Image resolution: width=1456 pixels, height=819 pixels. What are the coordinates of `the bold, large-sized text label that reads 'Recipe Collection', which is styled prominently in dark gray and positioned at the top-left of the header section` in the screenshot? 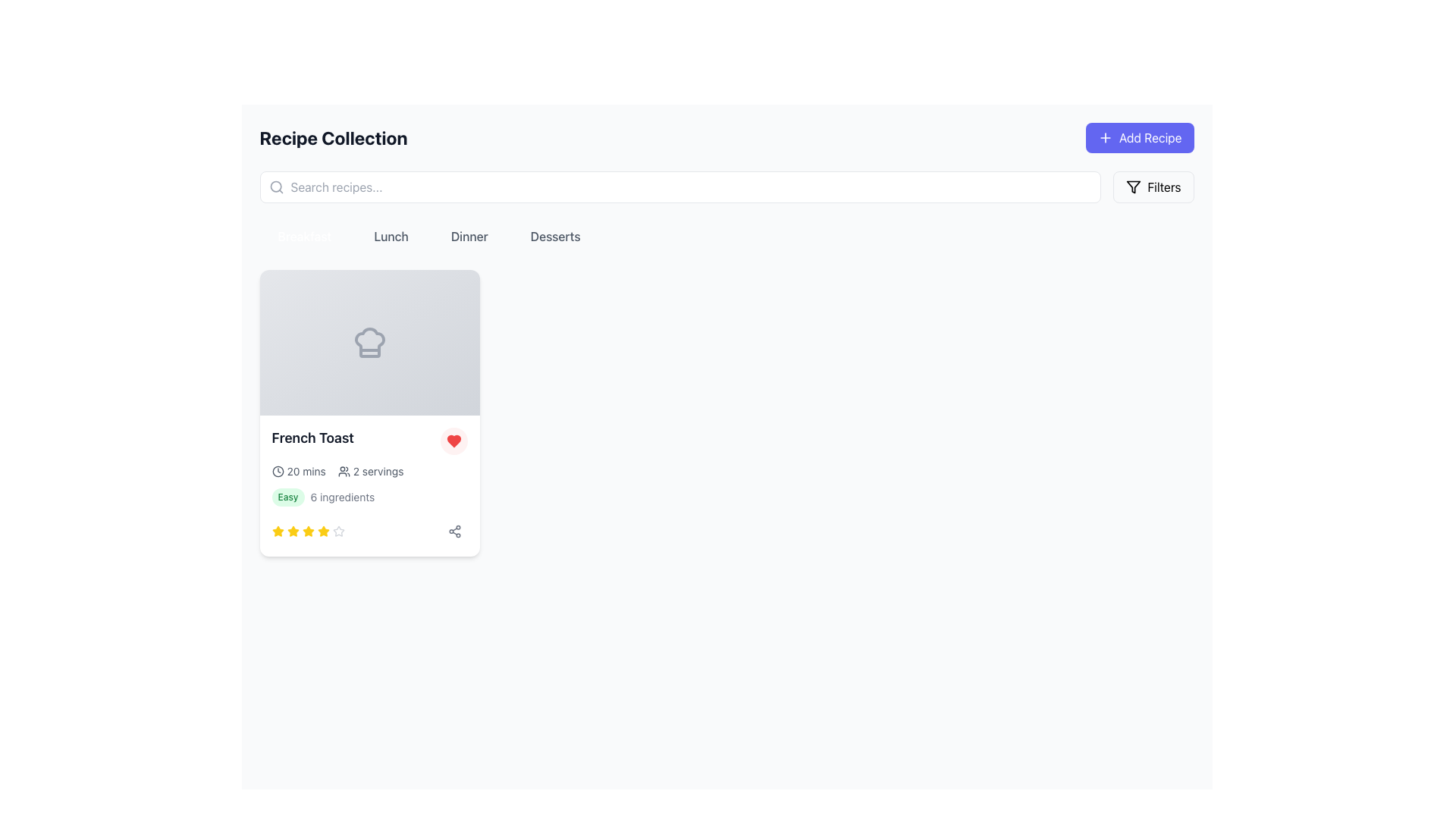 It's located at (333, 137).